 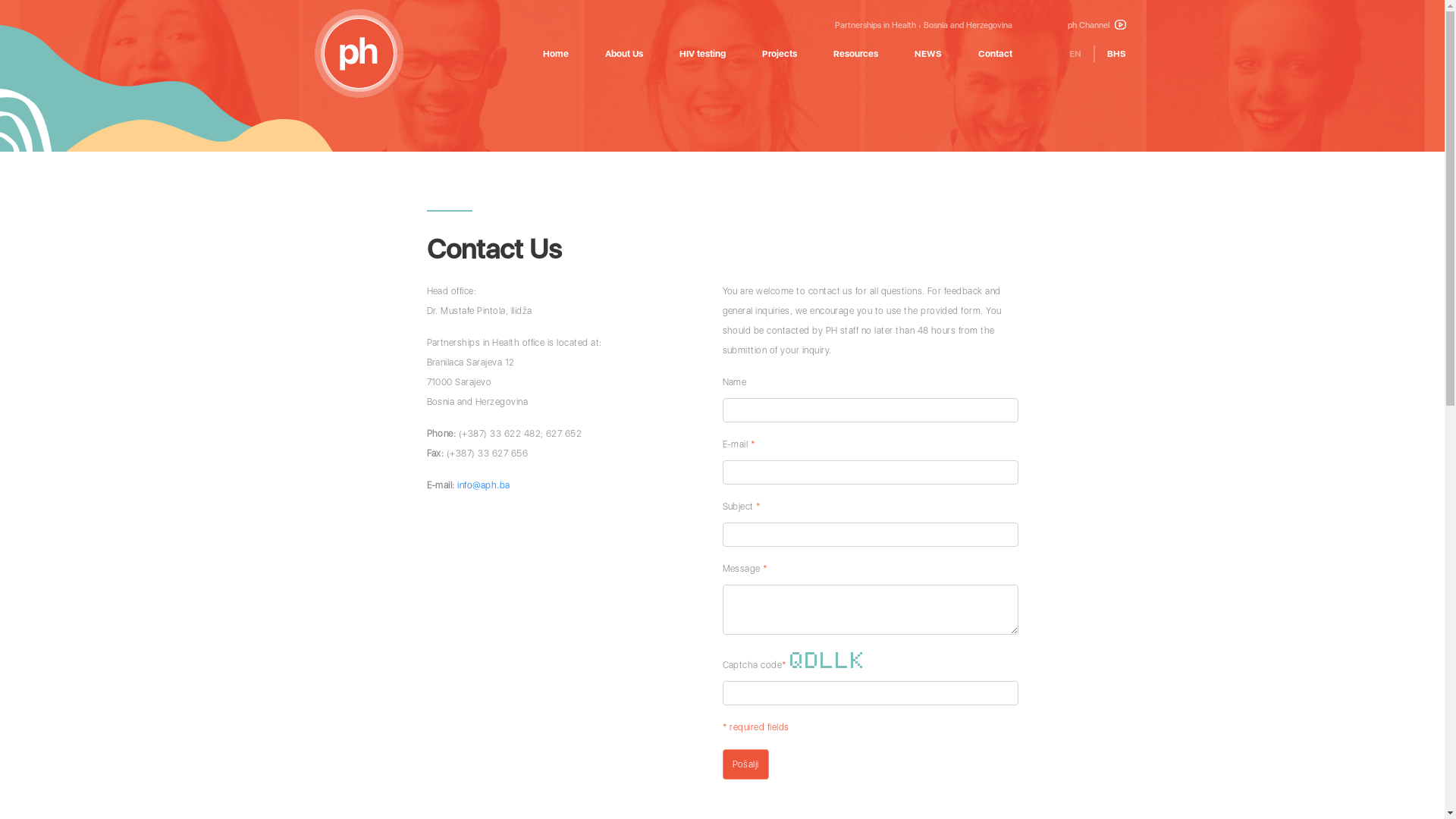 I want to click on 'NEWS', so click(x=927, y=52).